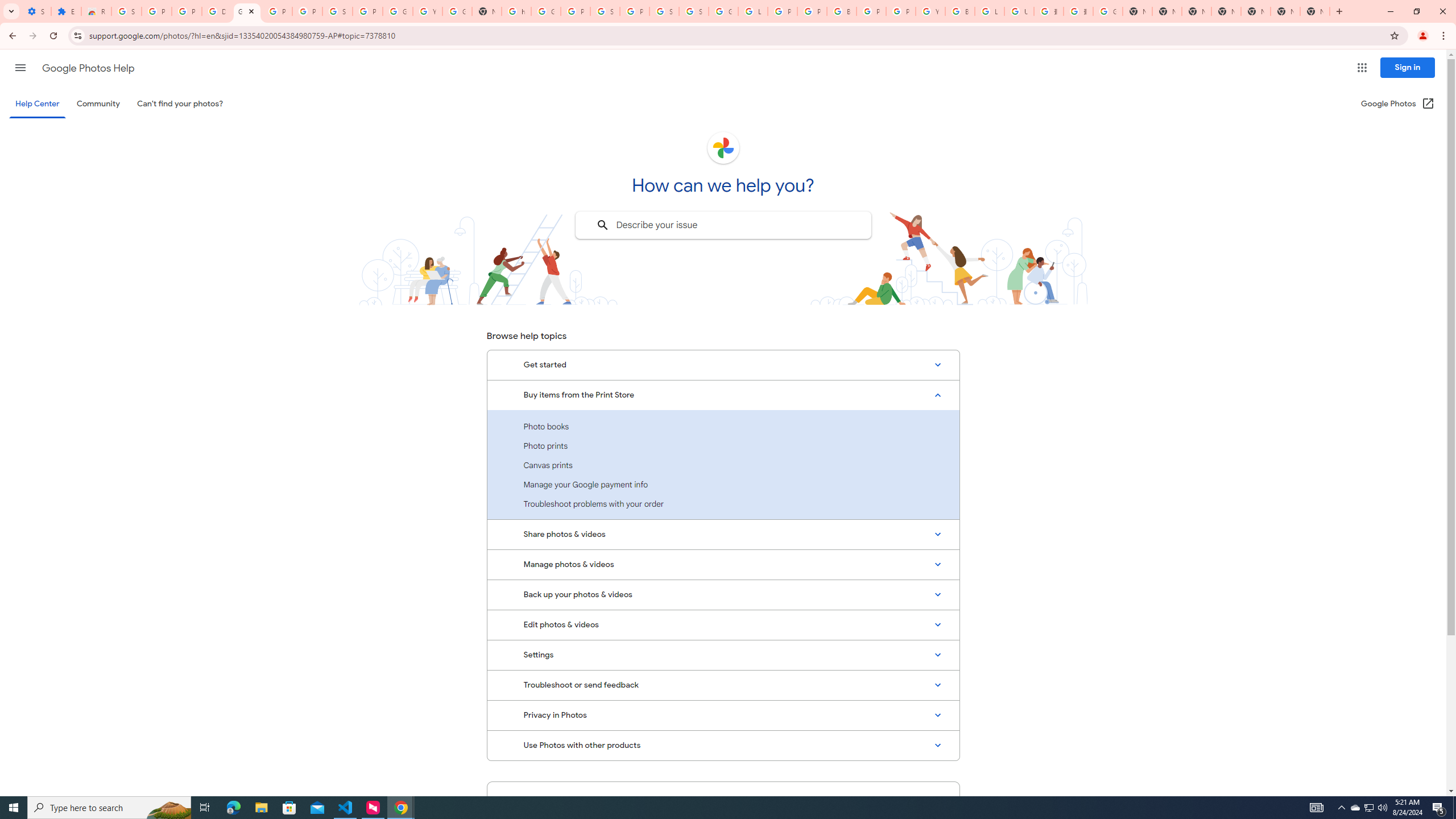 The image size is (1456, 819). What do you see at coordinates (19, 67) in the screenshot?
I see `'Main menu'` at bounding box center [19, 67].